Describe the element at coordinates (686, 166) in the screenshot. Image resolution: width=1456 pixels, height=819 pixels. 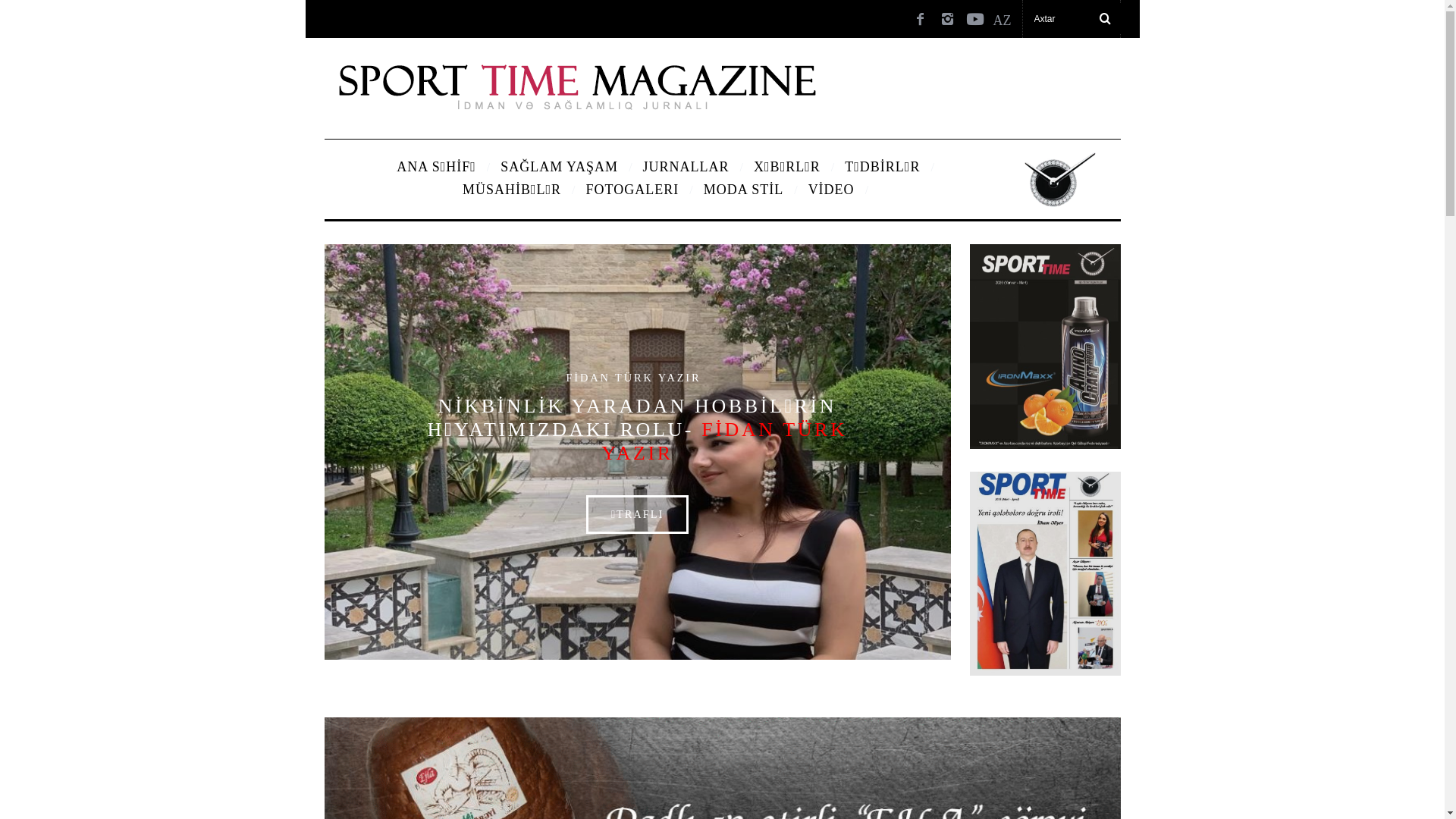
I see `'JURNALLAR'` at that location.